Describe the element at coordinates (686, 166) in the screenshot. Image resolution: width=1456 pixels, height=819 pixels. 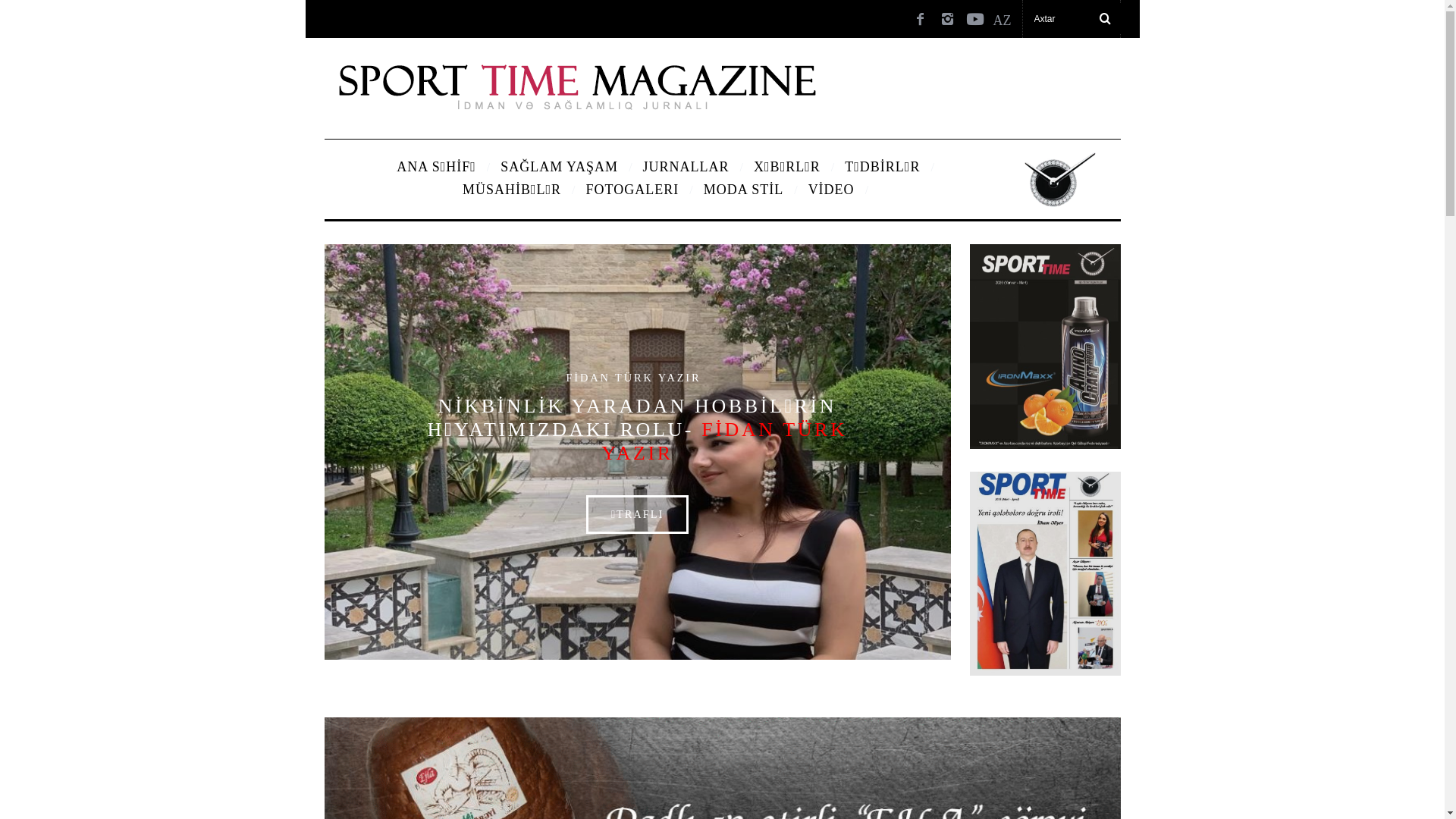
I see `'JURNALLAR'` at that location.